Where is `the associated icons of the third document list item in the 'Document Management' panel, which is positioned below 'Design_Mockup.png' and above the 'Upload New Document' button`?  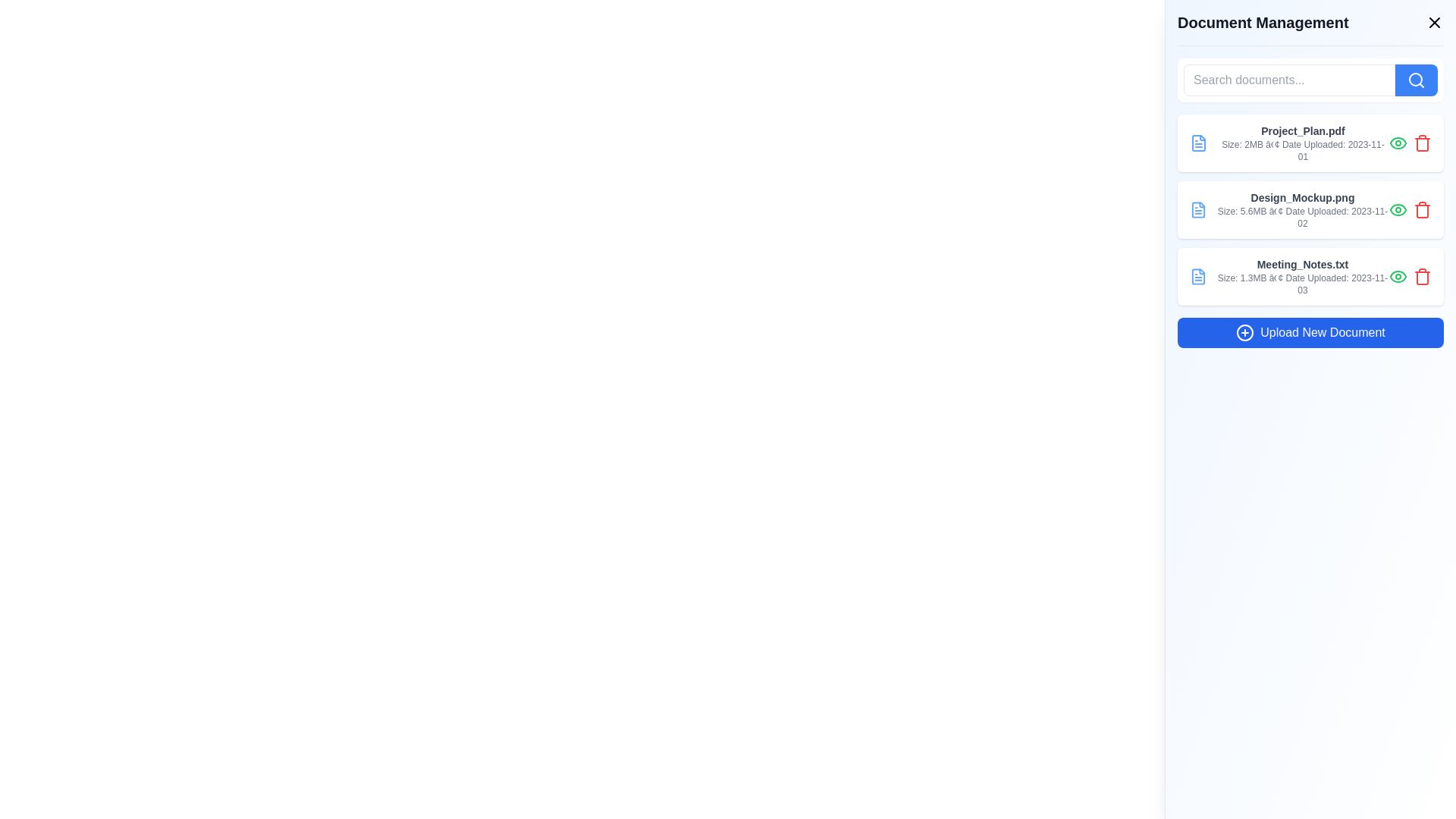
the associated icons of the third document list item in the 'Document Management' panel, which is positioned below 'Design_Mockup.png' and above the 'Upload New Document' button is located at coordinates (1310, 277).